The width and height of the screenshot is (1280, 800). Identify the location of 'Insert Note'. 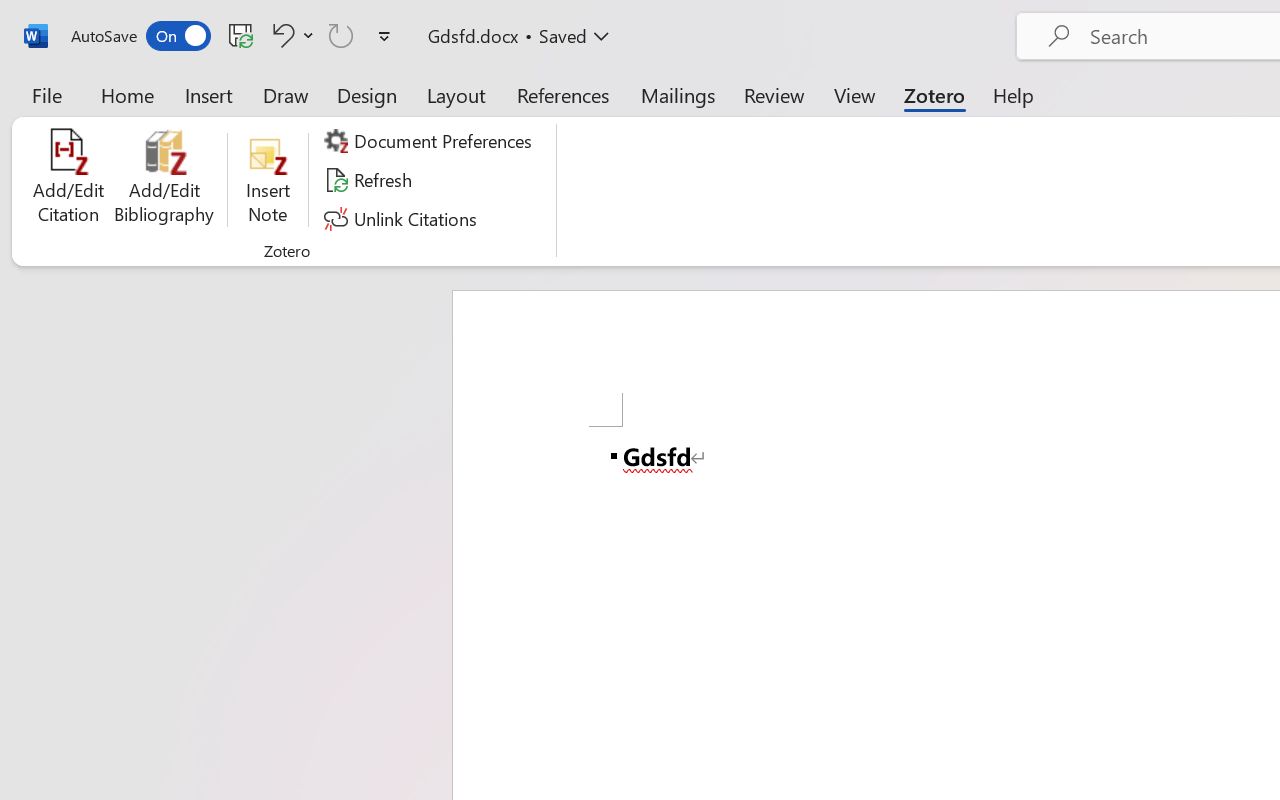
(267, 179).